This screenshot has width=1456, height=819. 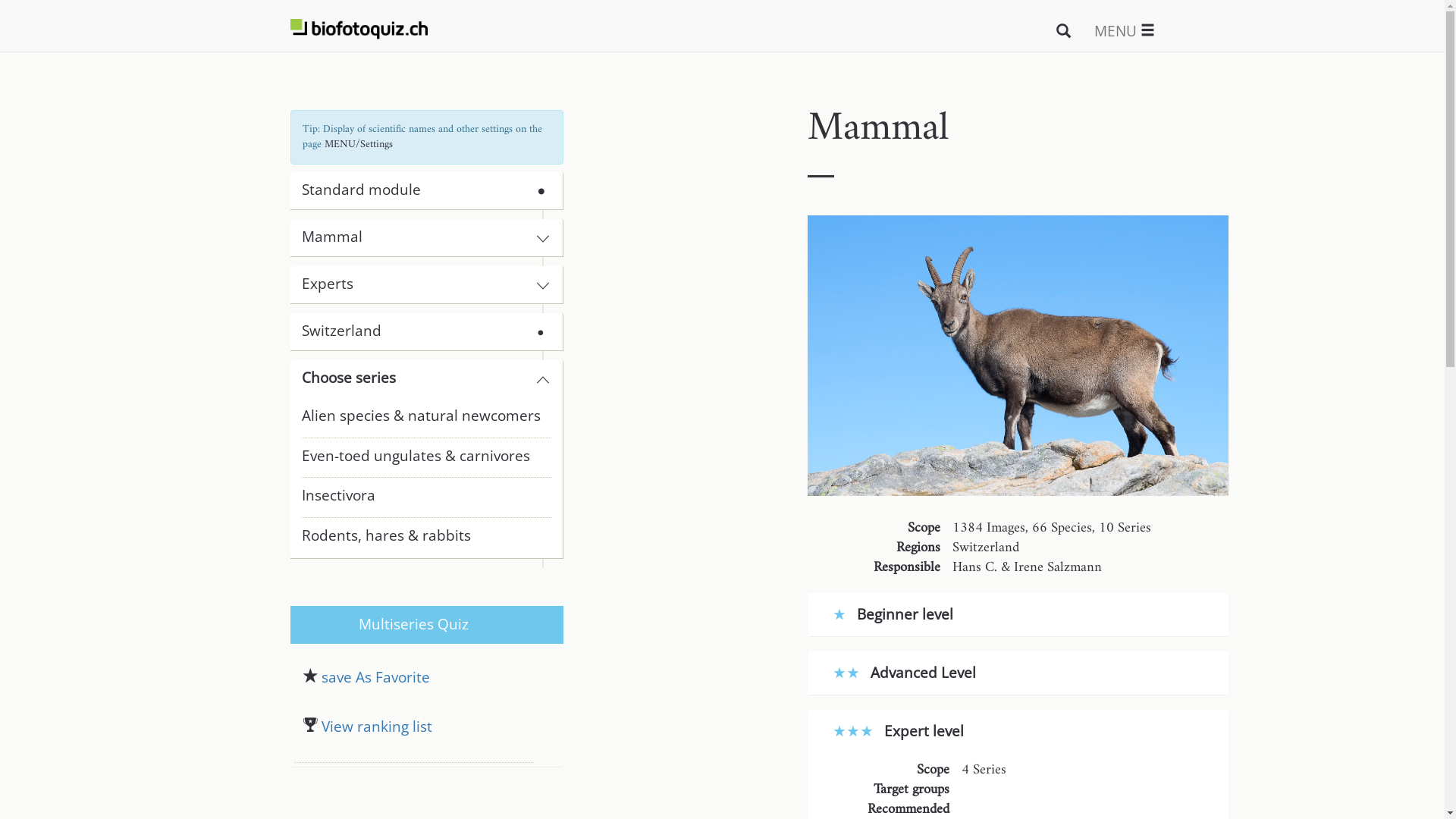 What do you see at coordinates (899, 733) in the screenshot?
I see `'Expert level'` at bounding box center [899, 733].